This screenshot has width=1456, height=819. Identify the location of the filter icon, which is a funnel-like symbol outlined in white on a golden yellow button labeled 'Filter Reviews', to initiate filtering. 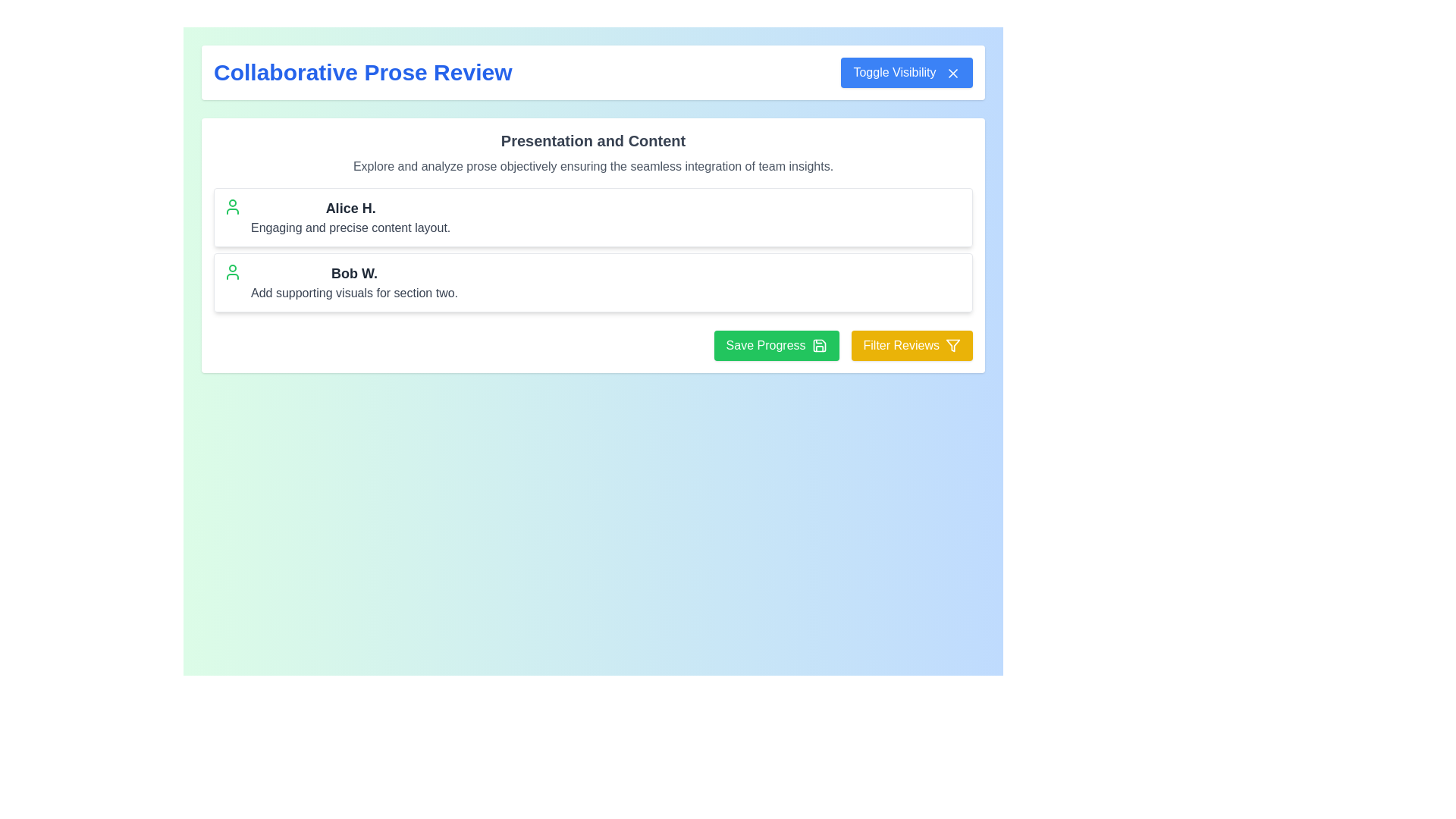
(952, 345).